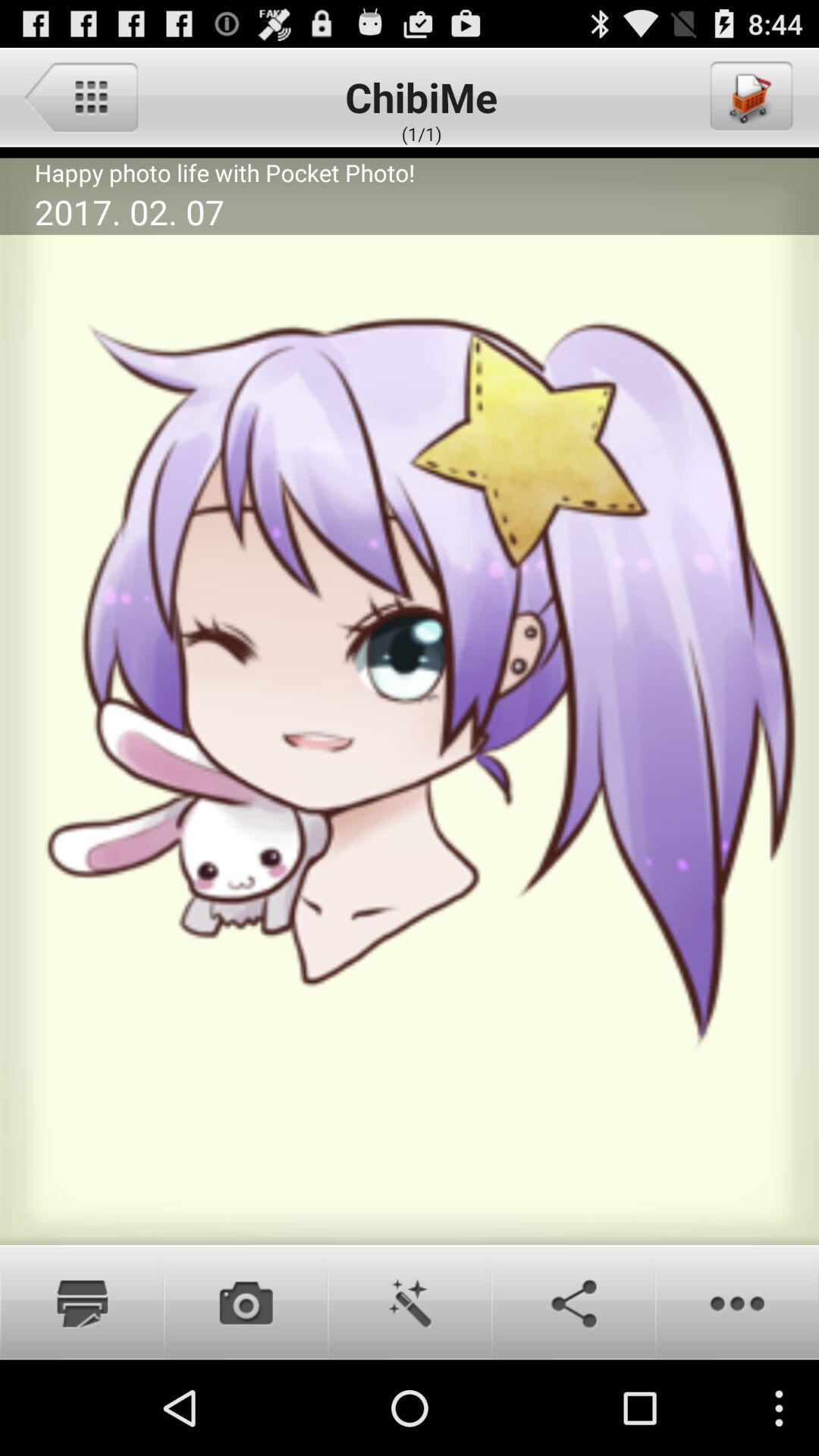 This screenshot has width=819, height=1456. I want to click on share the content, so click(573, 1301).